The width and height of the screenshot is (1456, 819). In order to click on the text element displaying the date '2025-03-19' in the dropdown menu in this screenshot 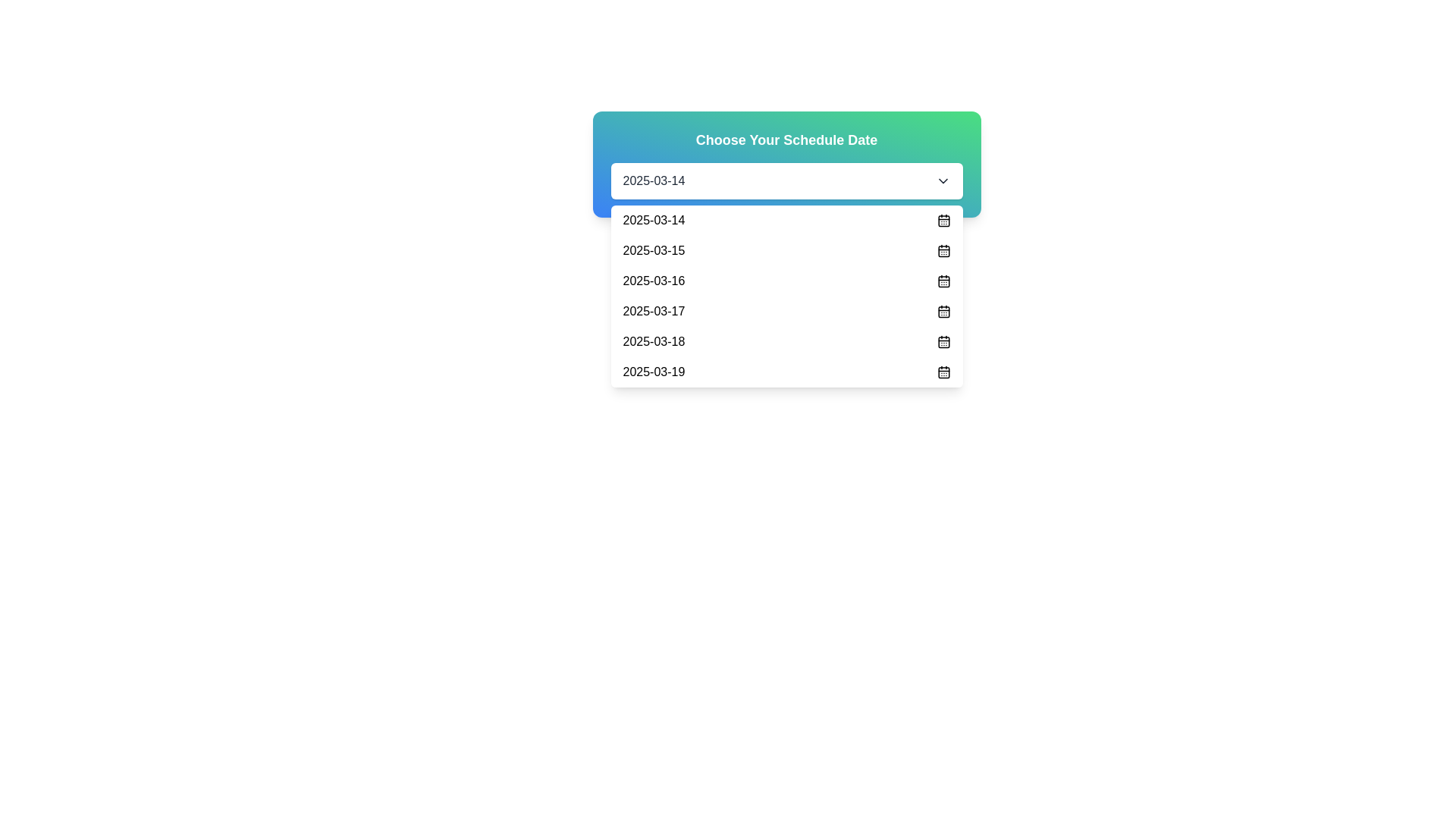, I will do `click(654, 372)`.